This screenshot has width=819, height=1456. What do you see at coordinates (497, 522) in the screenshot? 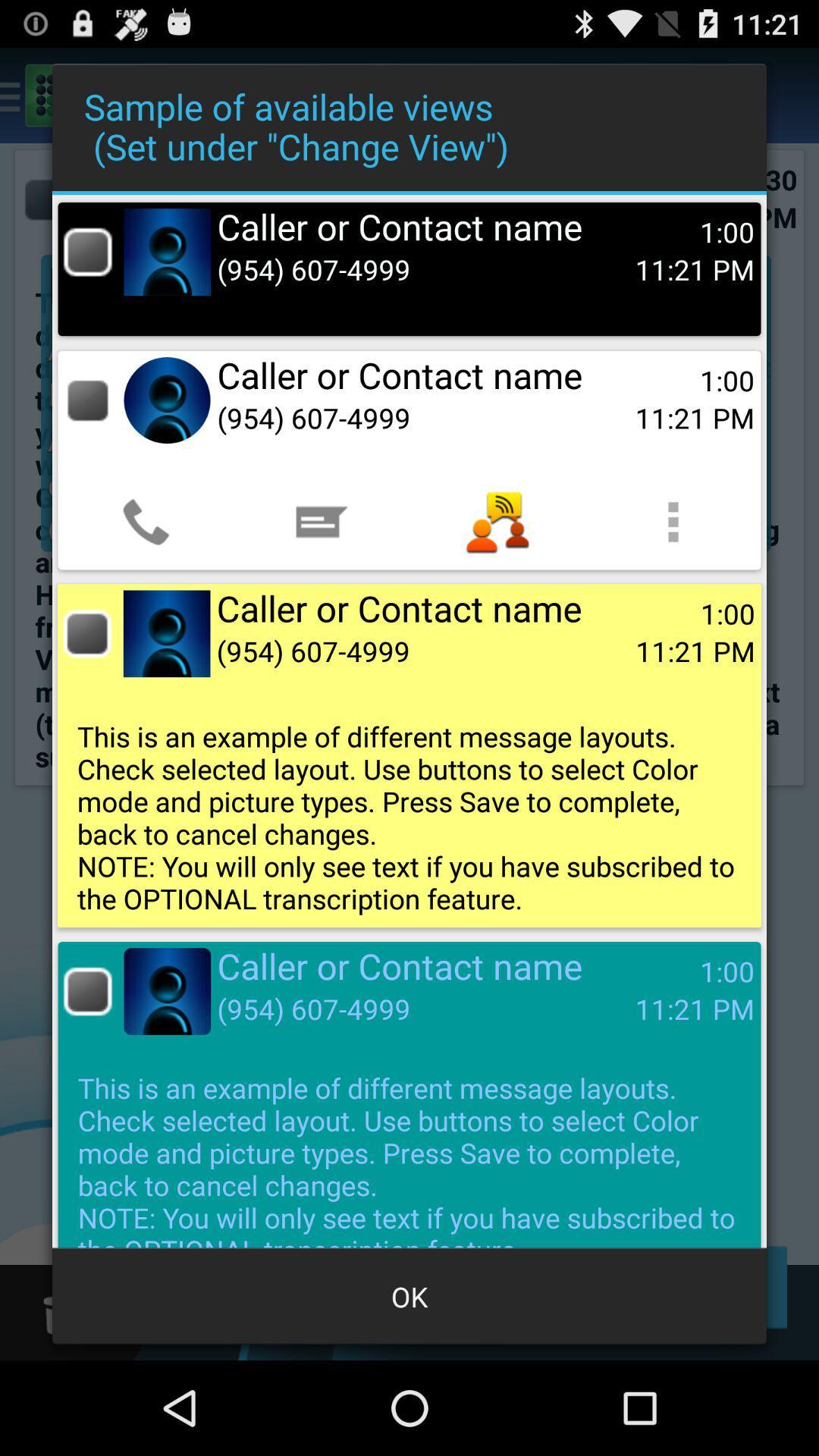
I see `app above the caller or contact app` at bounding box center [497, 522].